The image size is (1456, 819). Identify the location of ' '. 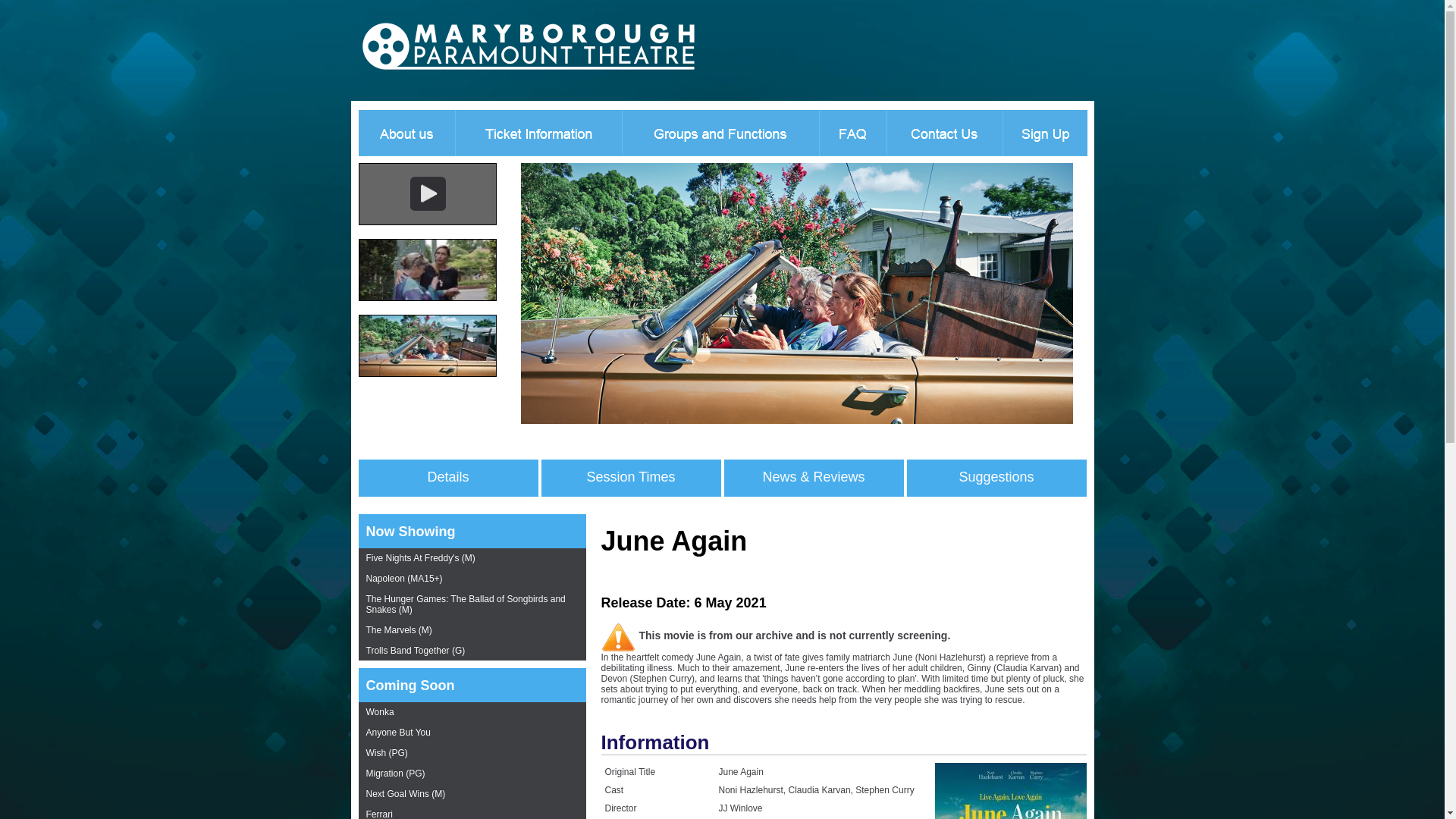
(442, 49).